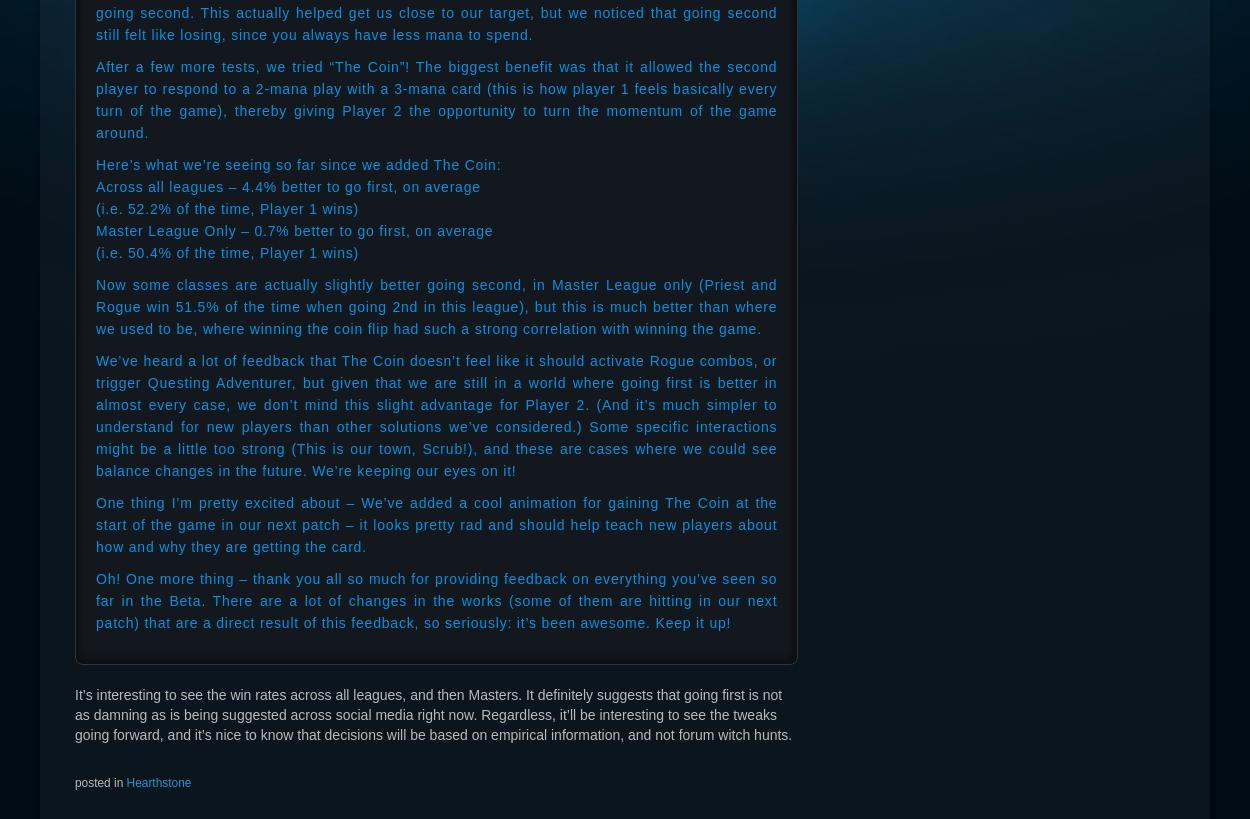 The image size is (1250, 819). I want to click on '(i.e. 52.2% of the time, Player 1 wins)', so click(226, 209).